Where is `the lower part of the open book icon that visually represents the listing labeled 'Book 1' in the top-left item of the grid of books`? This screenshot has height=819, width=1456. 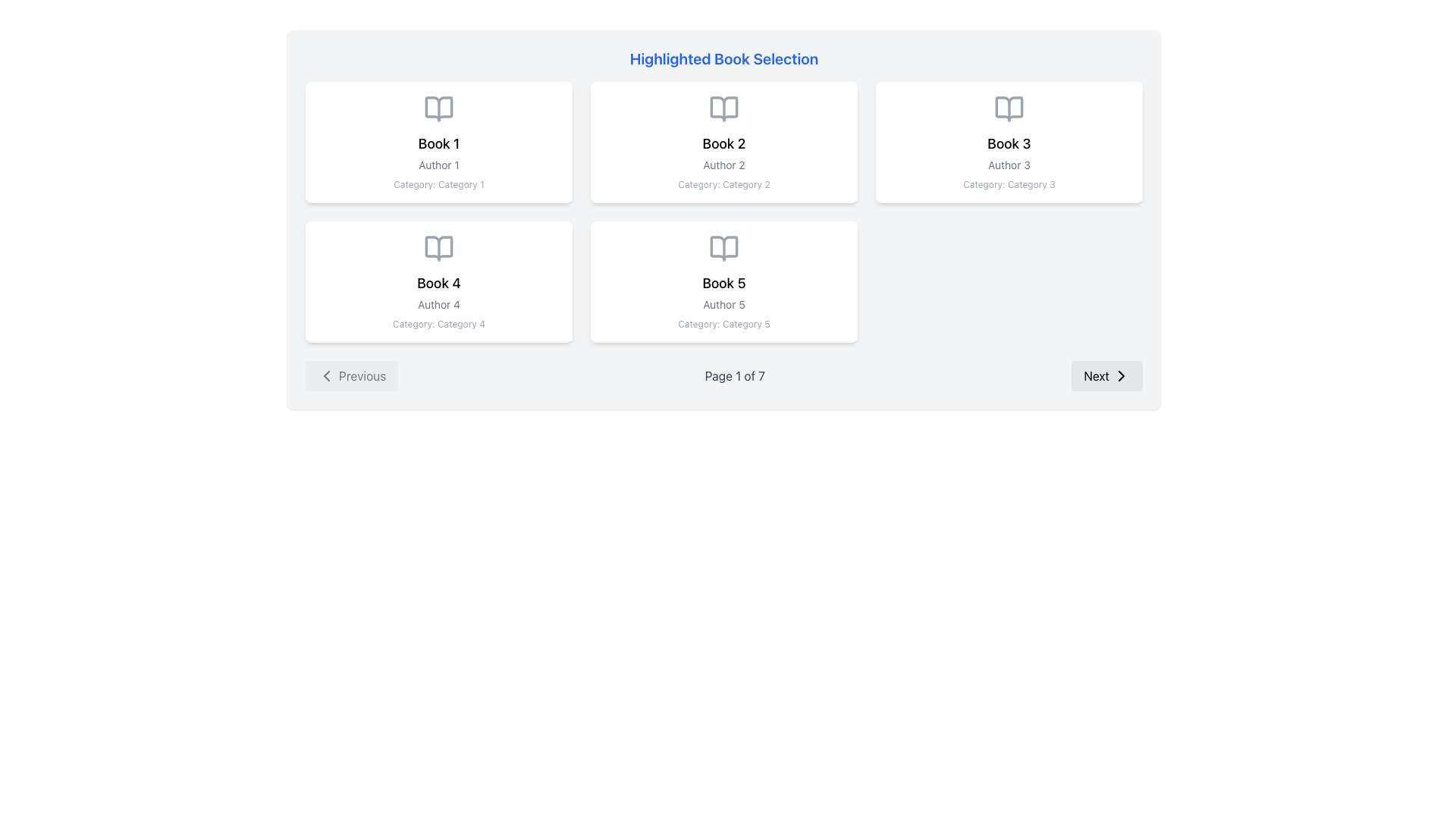 the lower part of the open book icon that visually represents the listing labeled 'Book 1' in the top-left item of the grid of books is located at coordinates (438, 108).